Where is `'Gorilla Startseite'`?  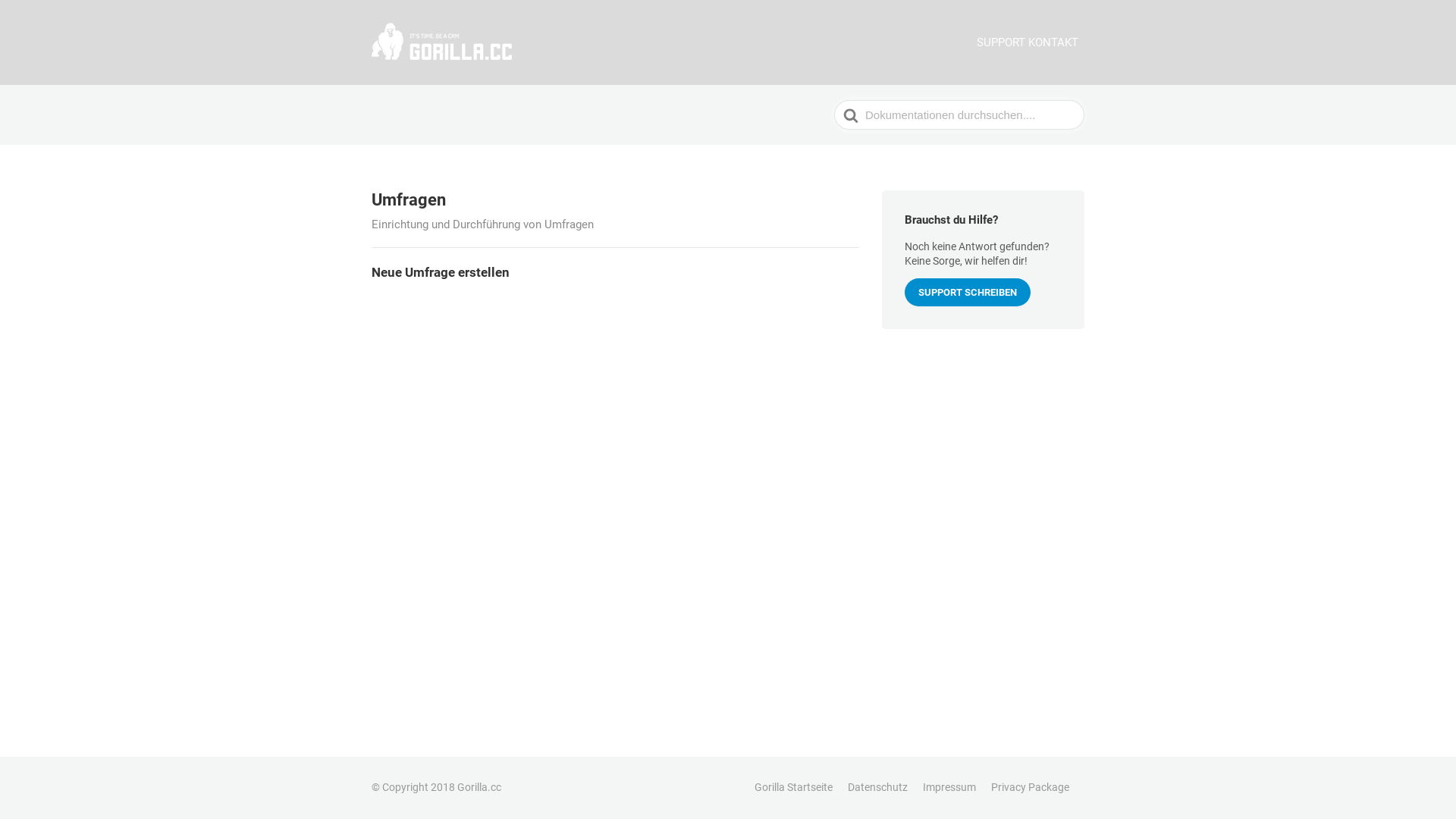
'Gorilla Startseite' is located at coordinates (792, 786).